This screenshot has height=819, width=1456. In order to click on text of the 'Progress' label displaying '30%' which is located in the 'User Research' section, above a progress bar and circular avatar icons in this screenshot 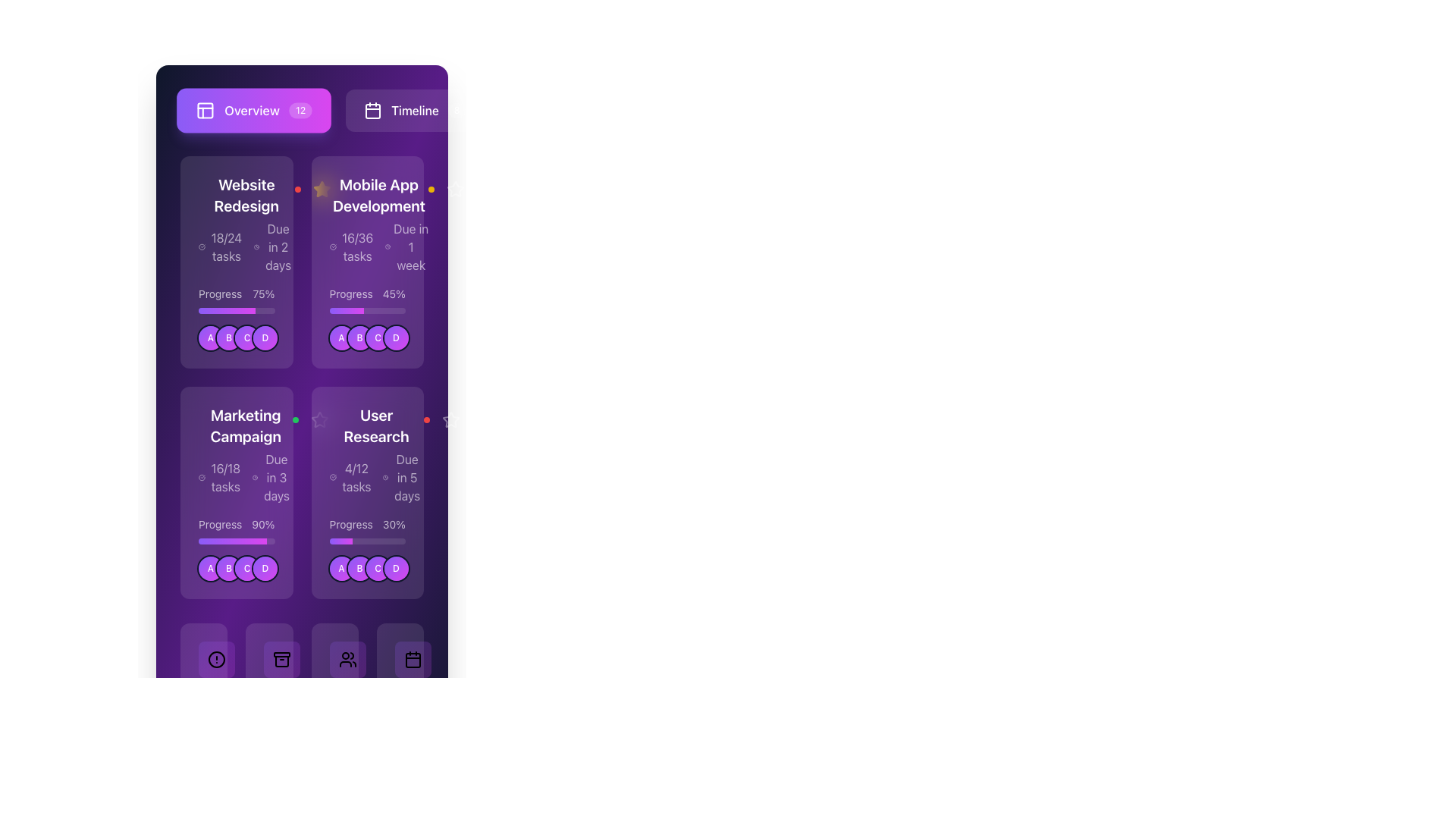, I will do `click(367, 523)`.